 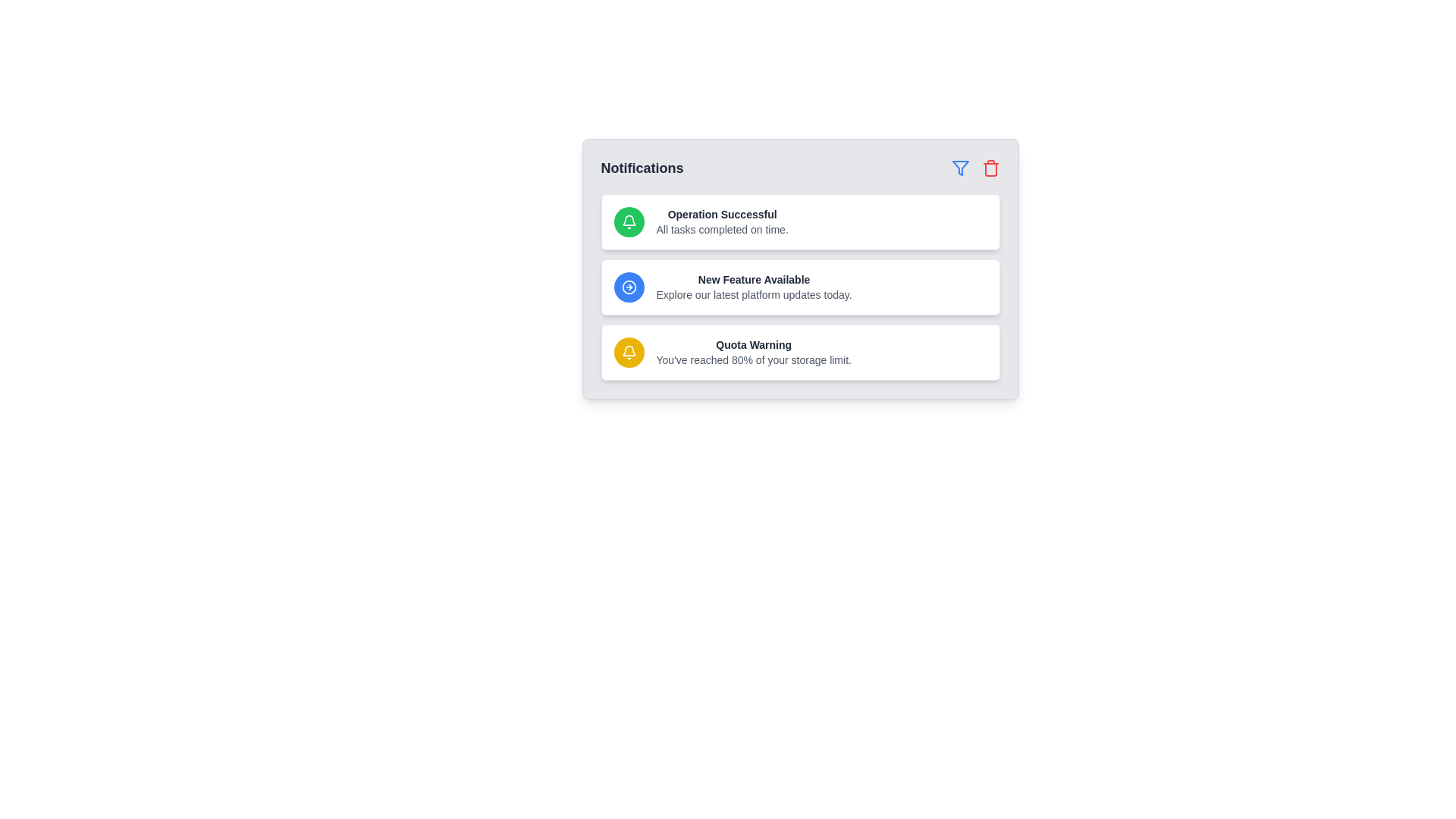 I want to click on the circular graphical icon with an arrow, located in the notification panel under the 'New Feature Available' notification, so click(x=629, y=287).